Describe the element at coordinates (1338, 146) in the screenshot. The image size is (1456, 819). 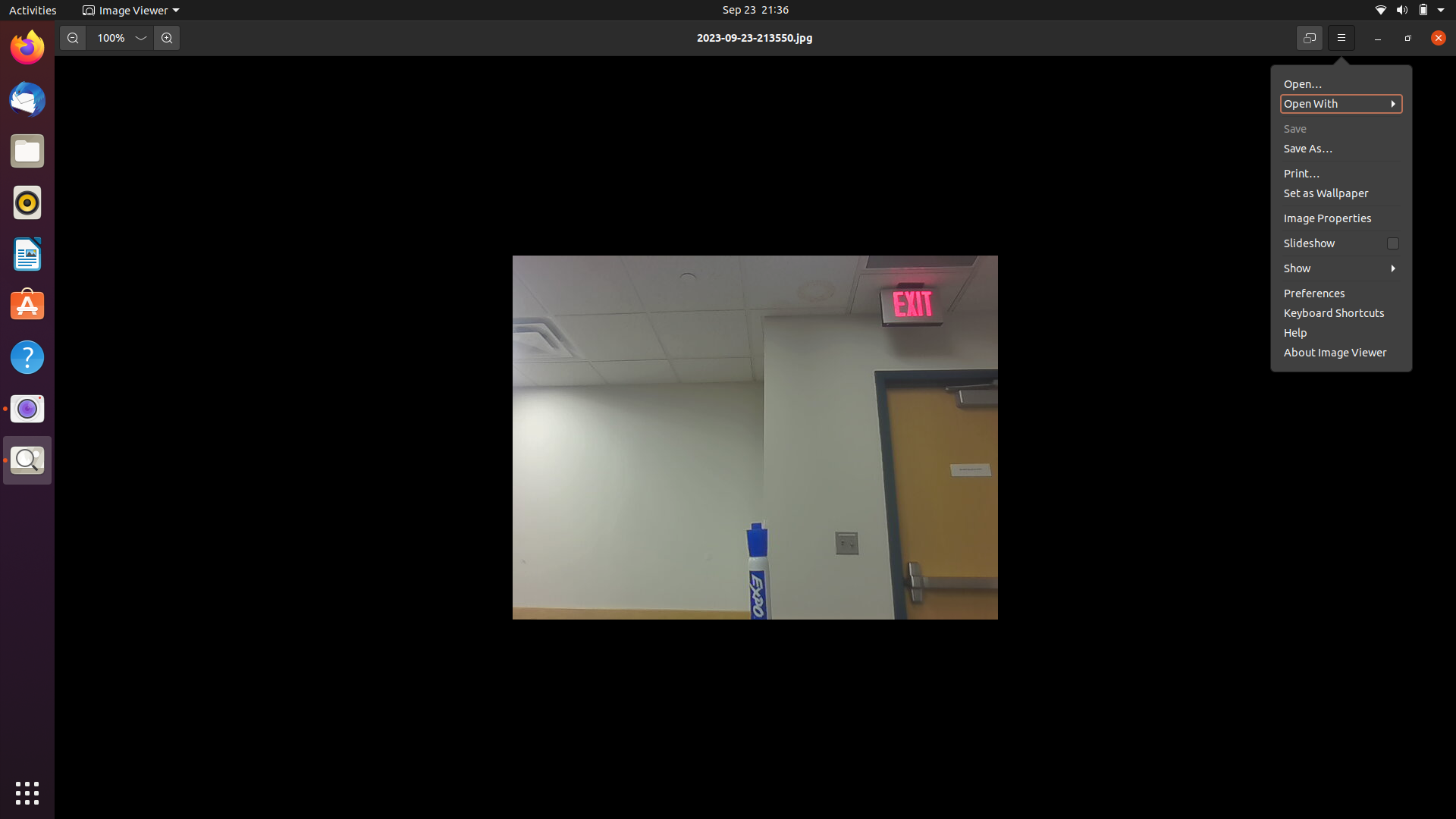
I see `a printing process for the chosen picture` at that location.